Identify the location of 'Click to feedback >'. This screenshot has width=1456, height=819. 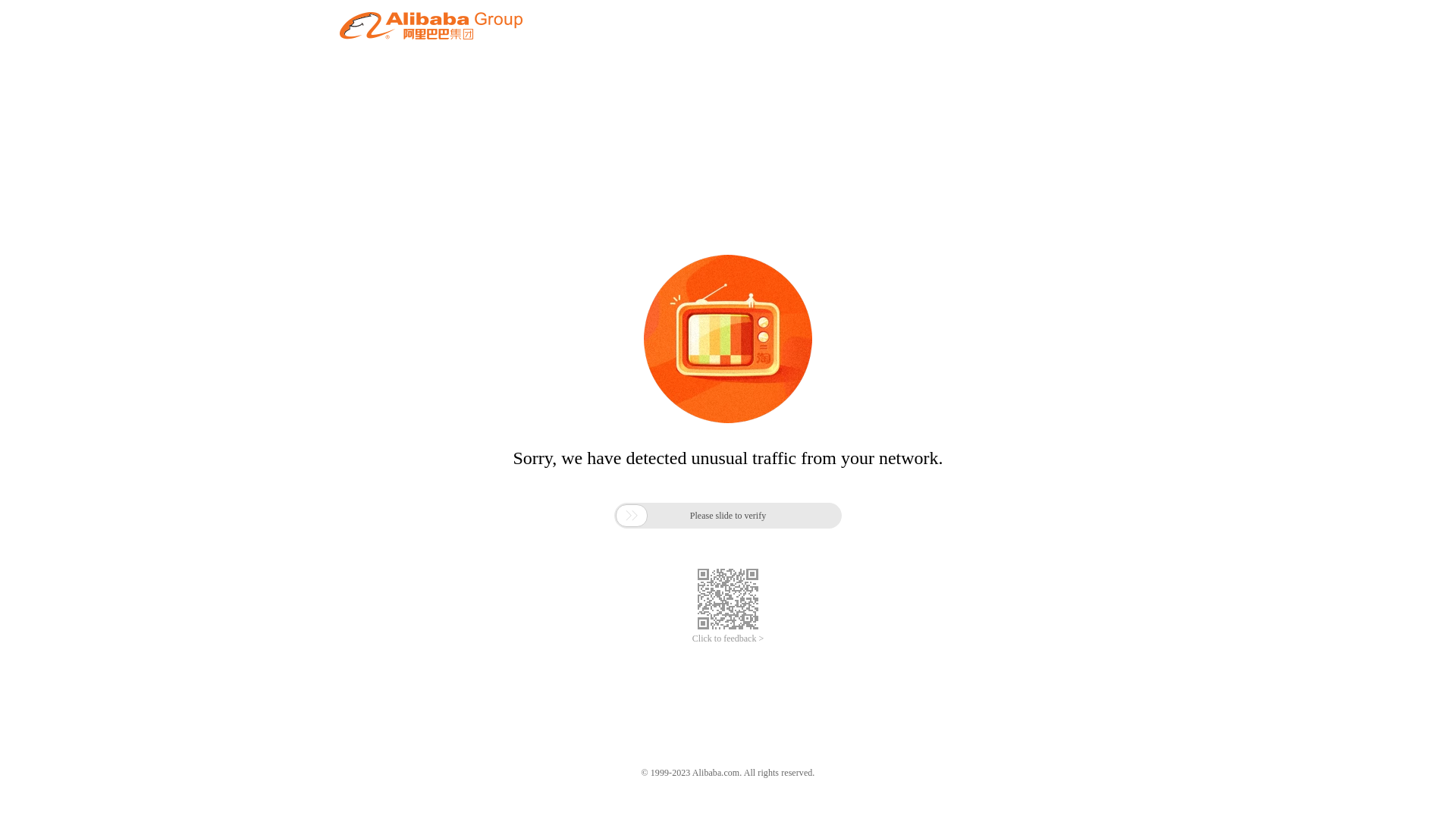
(728, 639).